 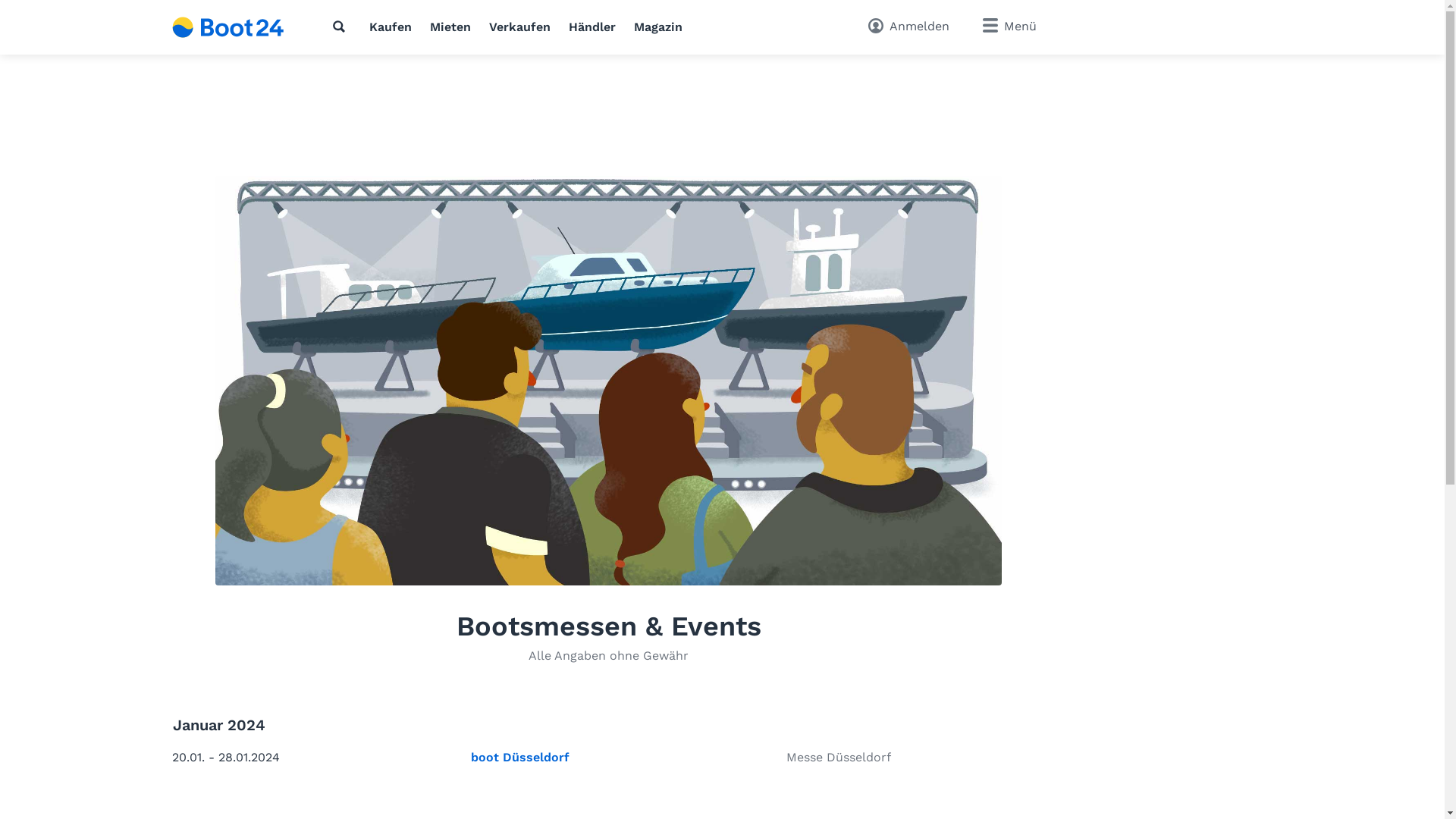 I want to click on 'Magazin', so click(x=633, y=27).